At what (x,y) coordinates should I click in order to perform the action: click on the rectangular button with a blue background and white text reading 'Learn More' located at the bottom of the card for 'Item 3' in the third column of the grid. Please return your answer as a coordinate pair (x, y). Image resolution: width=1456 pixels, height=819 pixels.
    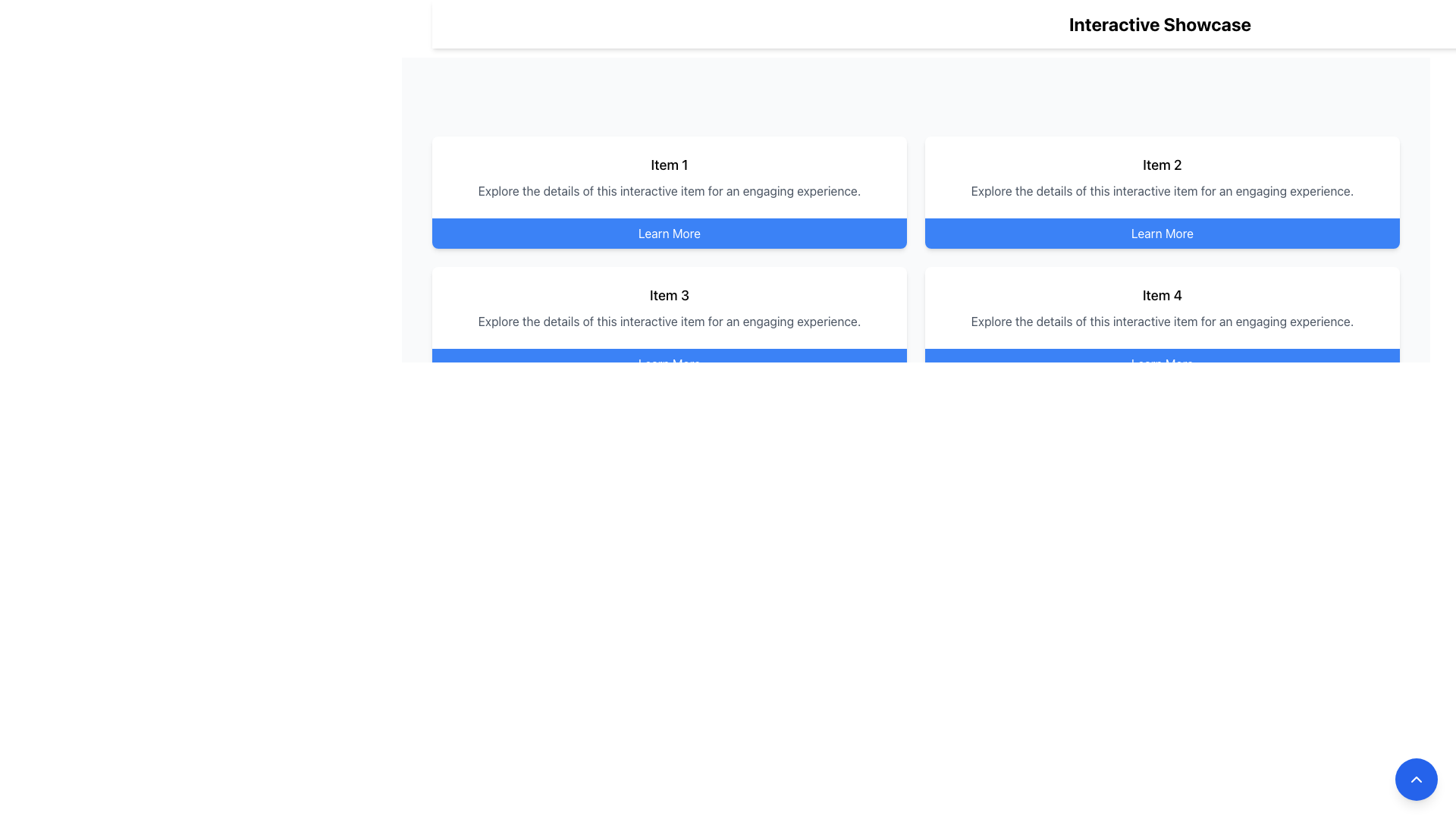
    Looking at the image, I should click on (669, 363).